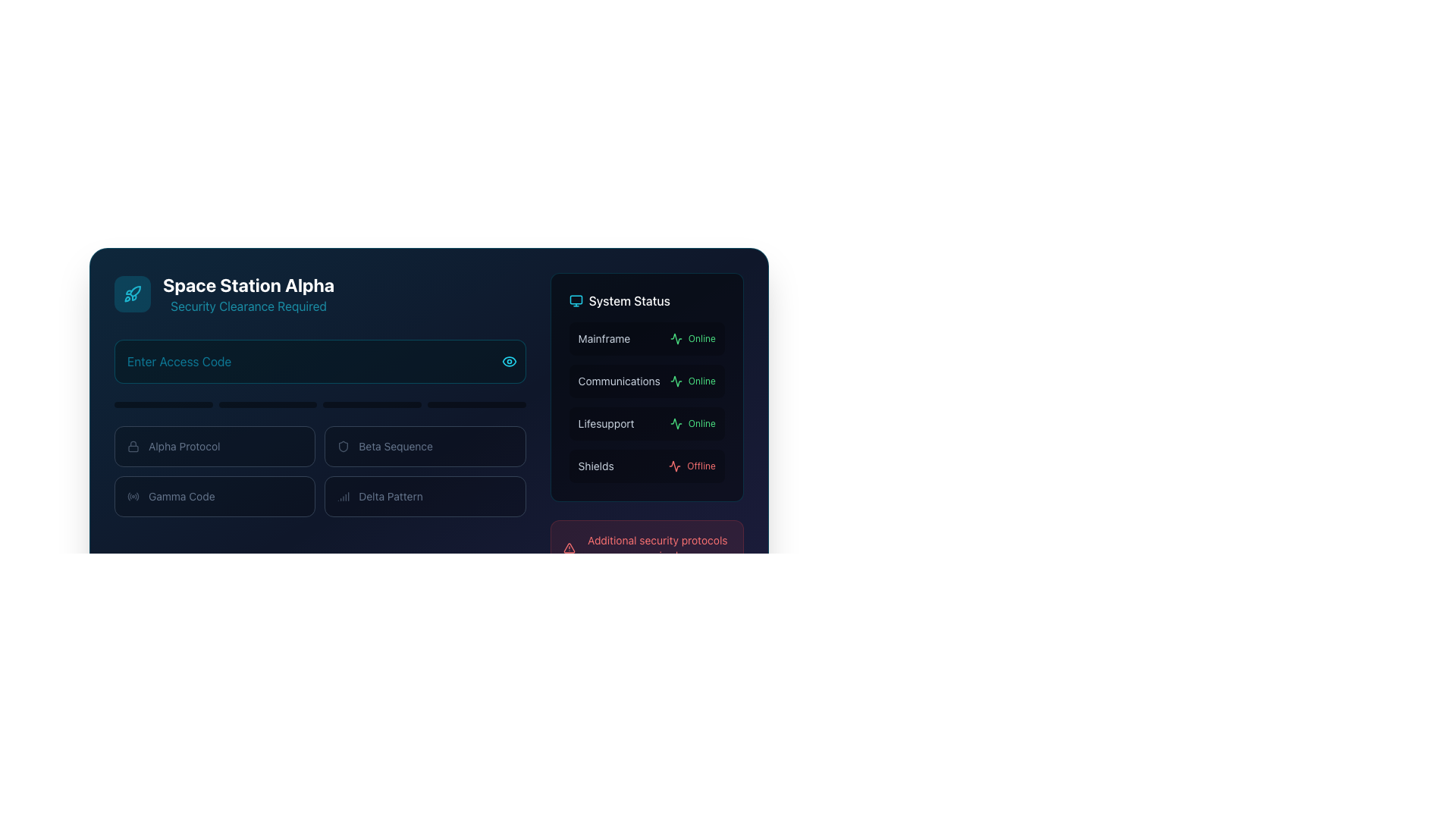 Image resolution: width=1456 pixels, height=819 pixels. Describe the element at coordinates (319, 403) in the screenshot. I see `the segmented progress bar located centrally below the 'Enter Access Code' input field and above the options titled 'Alpha Protocol,' 'Beta Sequence,' 'Gamma Code,' and 'Delta Pattern.'` at that location.